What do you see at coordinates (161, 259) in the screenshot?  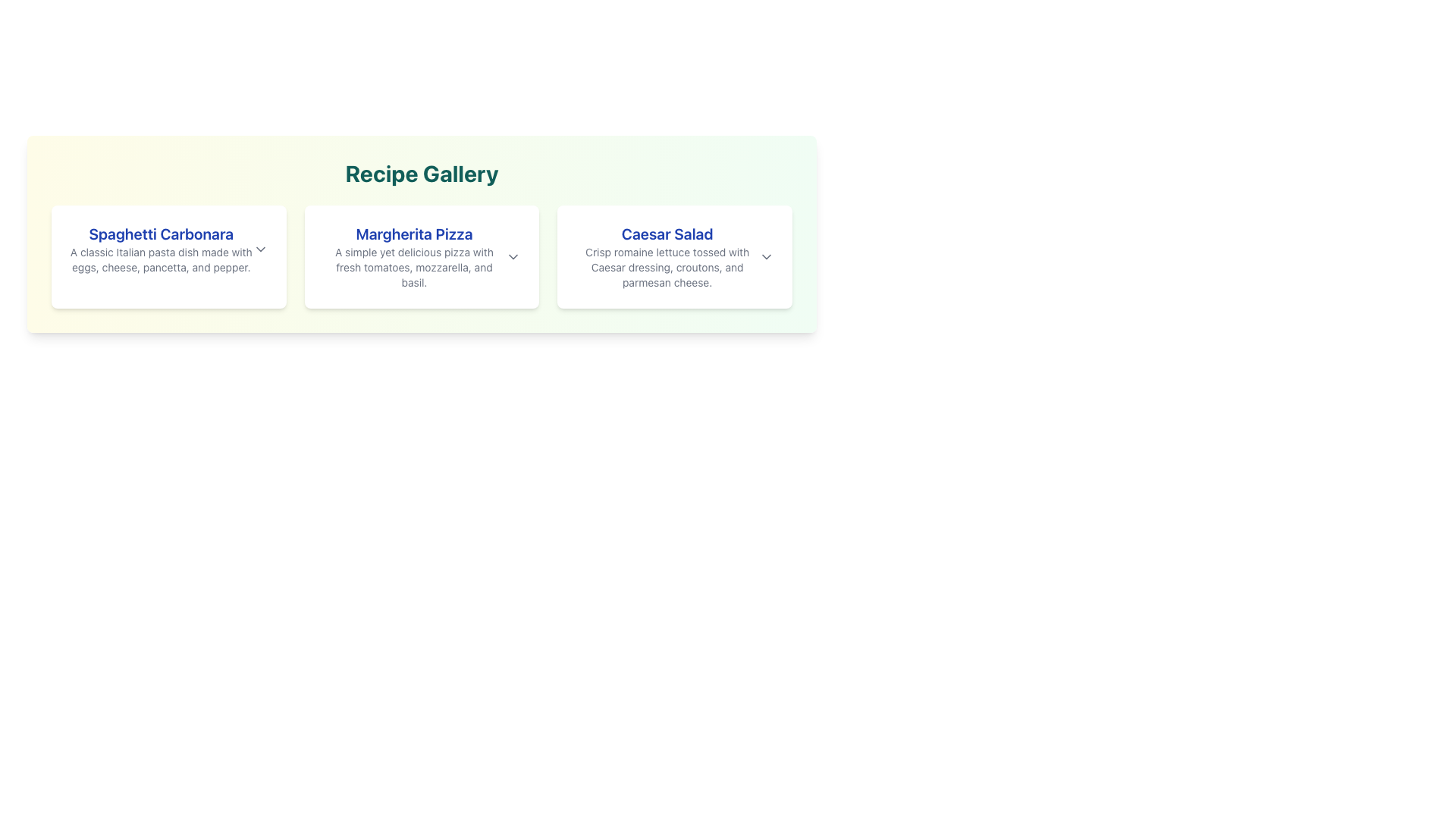 I see `the text block describing the dish 'Spaghetti Carbonara' to potentially reveal more actions or tooltips` at bounding box center [161, 259].